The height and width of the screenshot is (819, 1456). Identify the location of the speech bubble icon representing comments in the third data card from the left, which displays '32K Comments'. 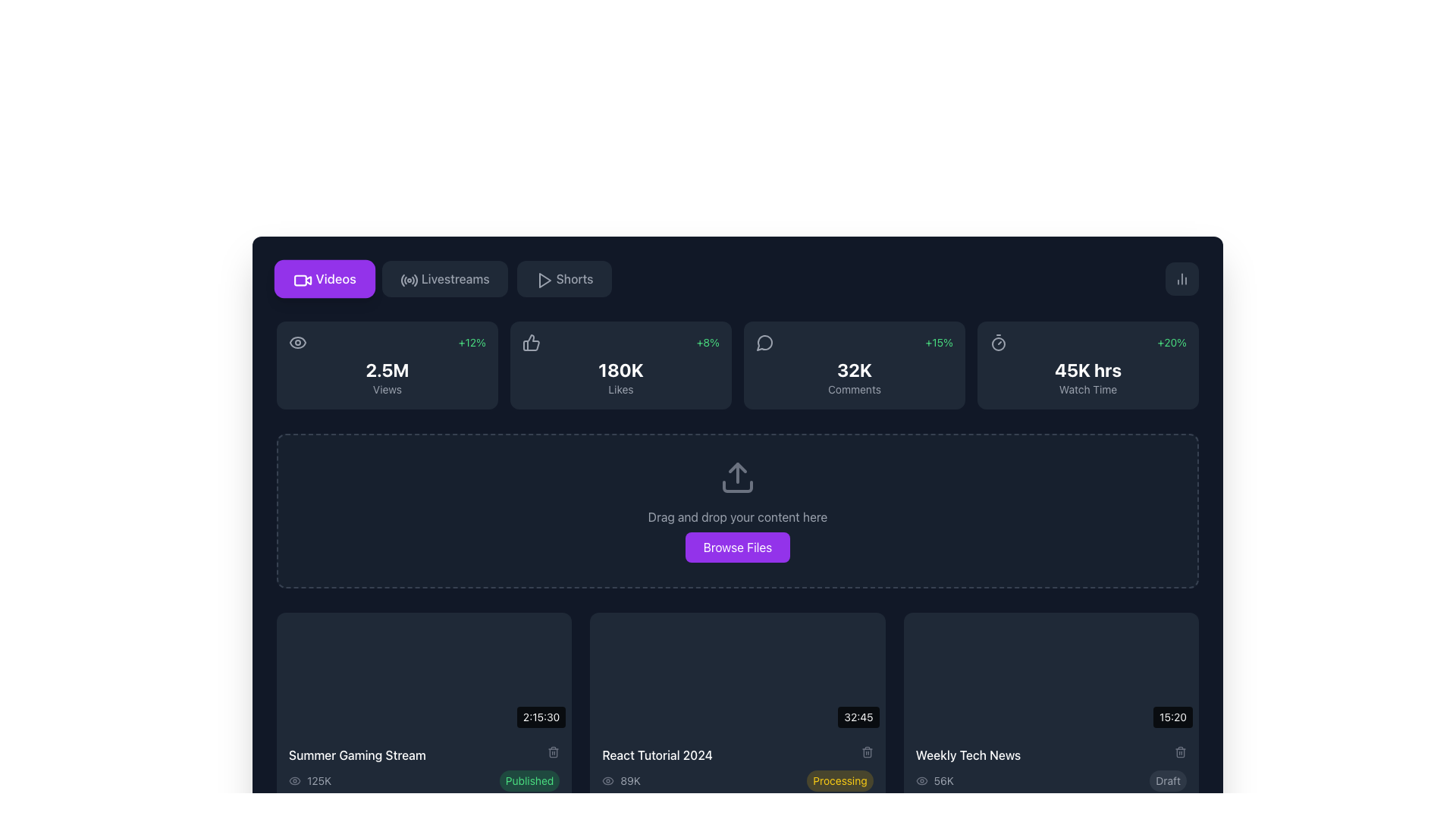
(764, 342).